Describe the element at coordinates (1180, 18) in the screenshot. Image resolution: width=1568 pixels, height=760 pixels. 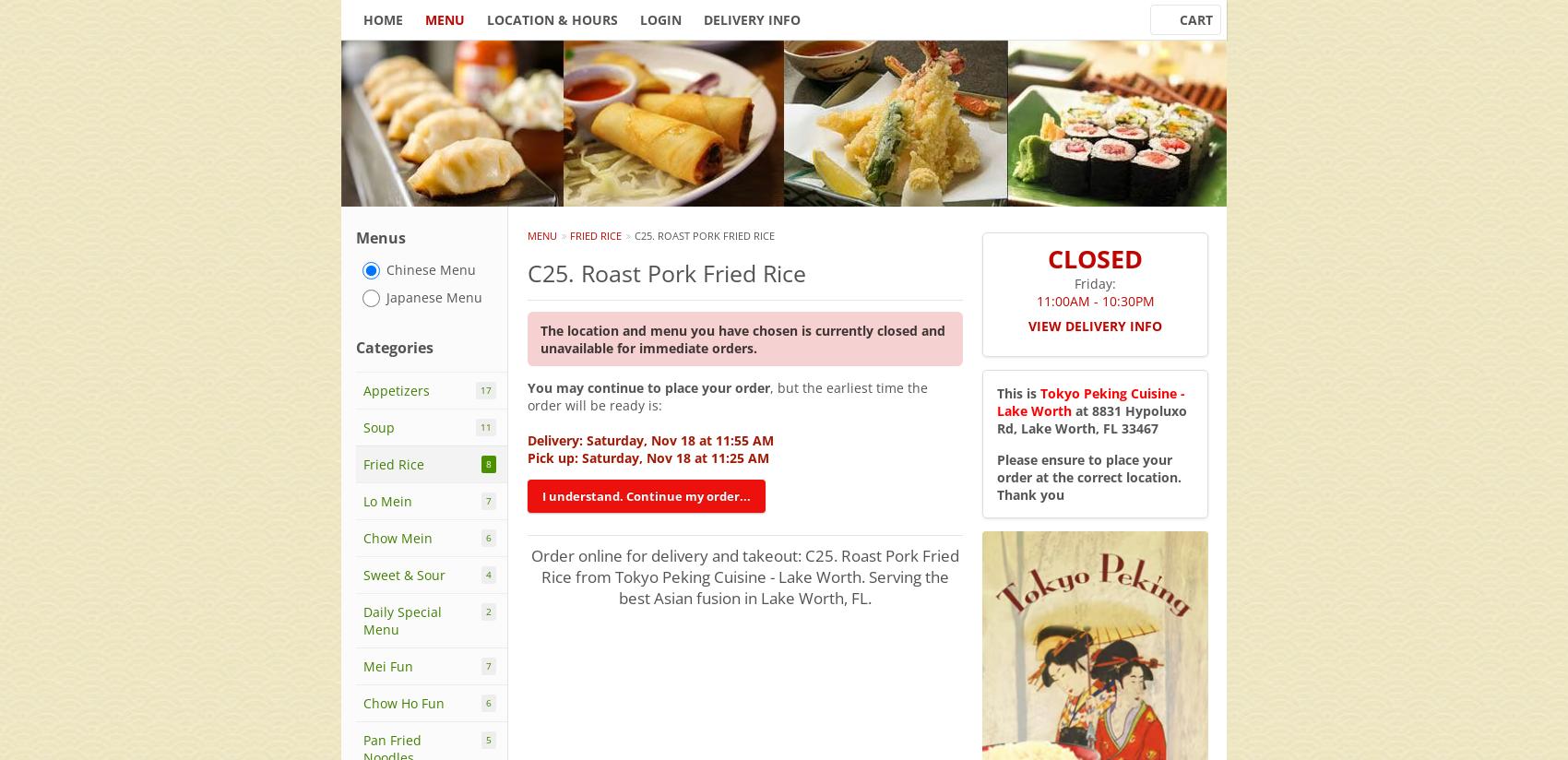
I see `'Cart'` at that location.